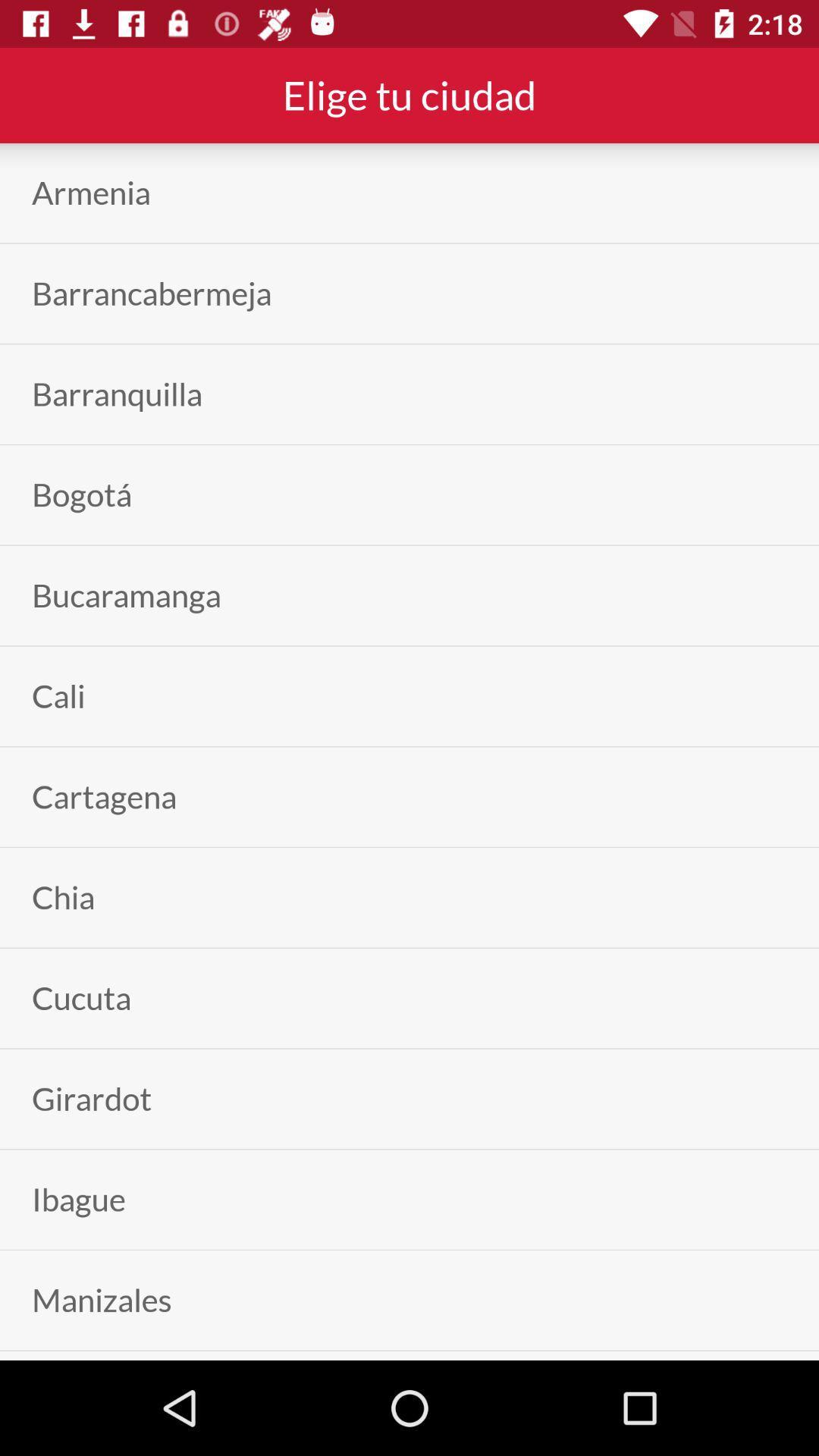 Image resolution: width=819 pixels, height=1456 pixels. I want to click on cali icon, so click(58, 695).